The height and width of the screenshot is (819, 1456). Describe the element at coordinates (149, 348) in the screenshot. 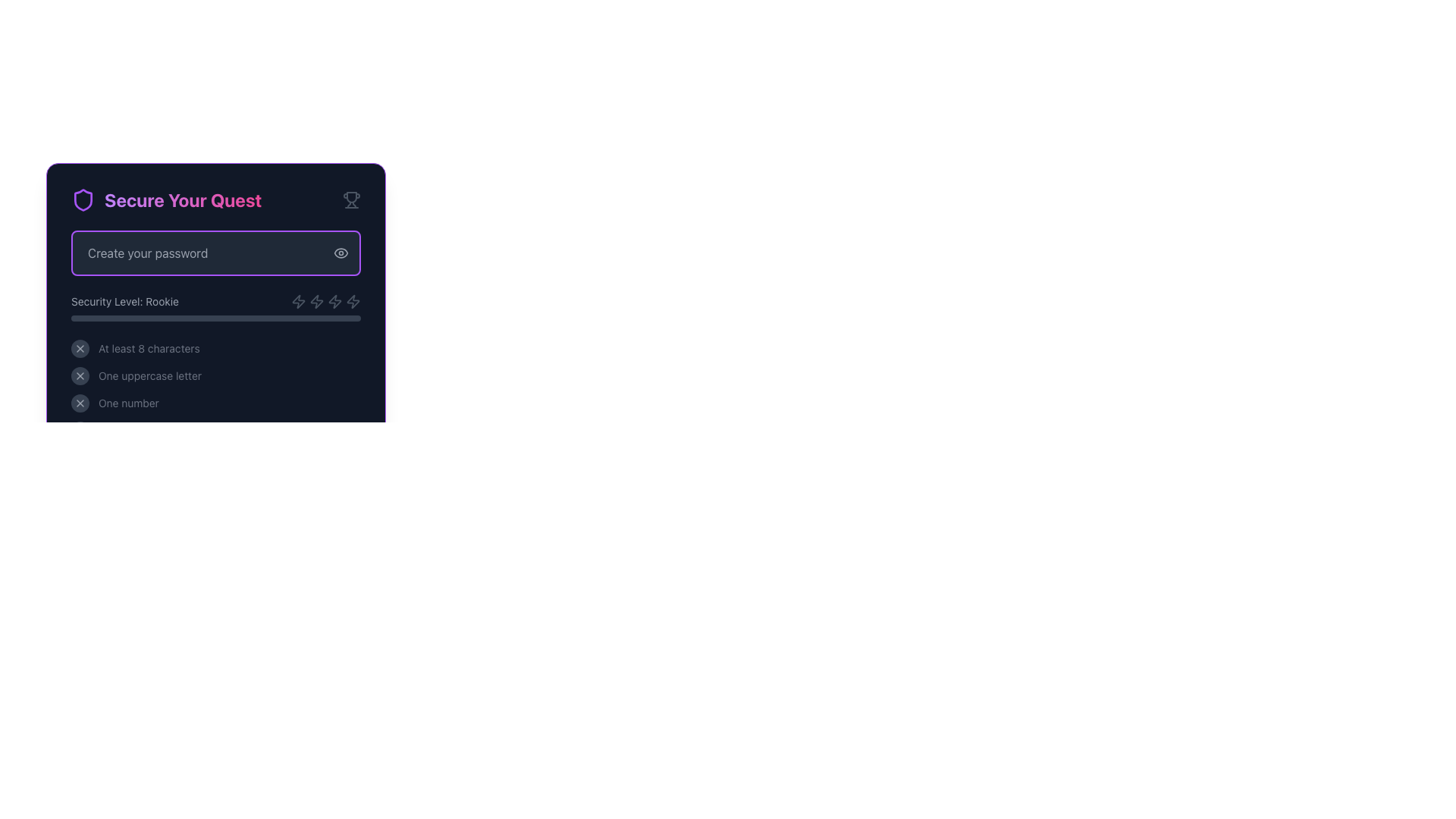

I see `the text label that provides guidance on password requirements located below the password input field in the 'Secure Your Quest' section, positioned on the left-hand side following an 'X' icon` at that location.